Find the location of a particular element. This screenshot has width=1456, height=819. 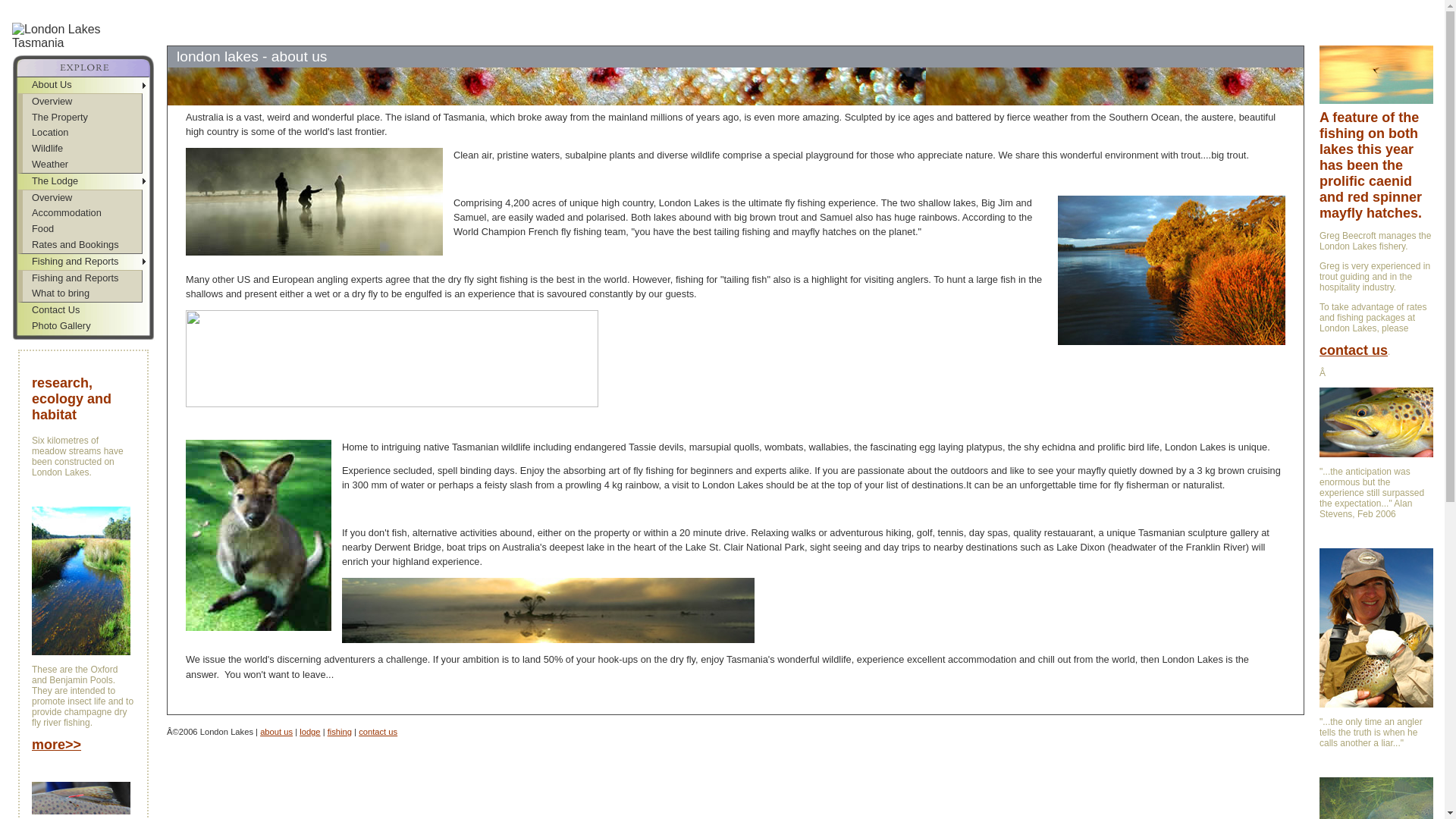

'Photo Gallery' is located at coordinates (83, 325).